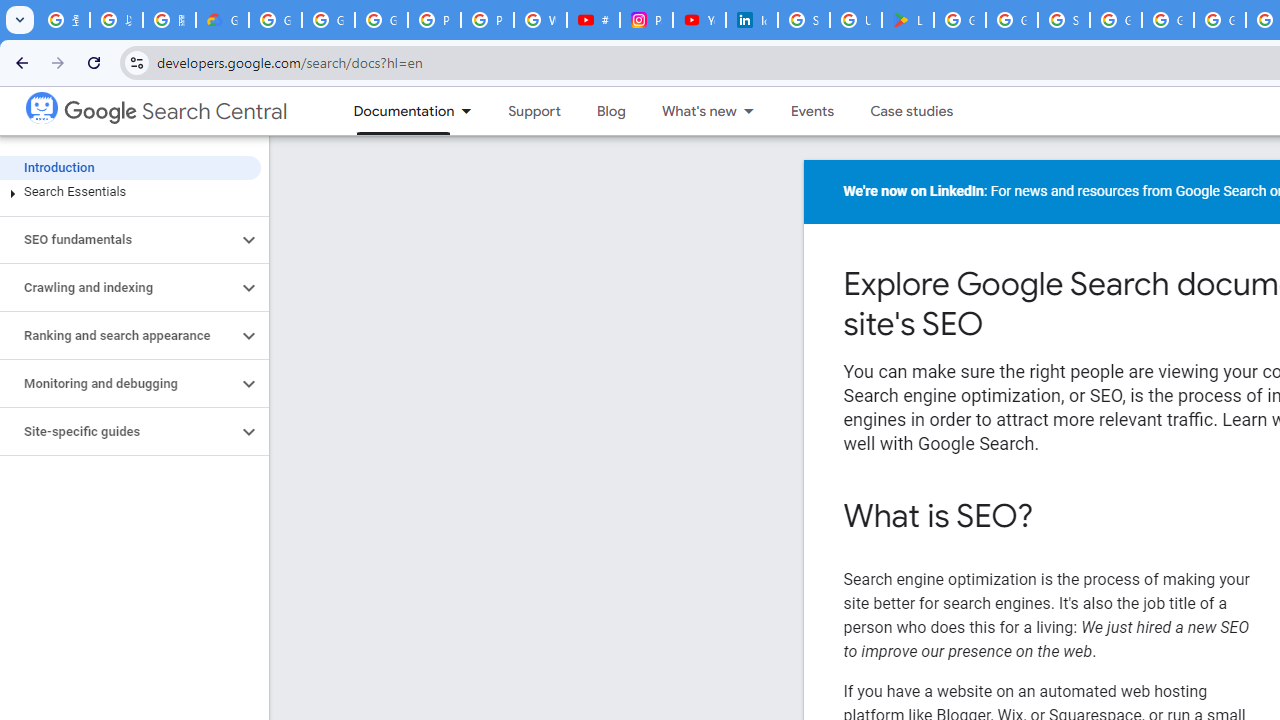 This screenshot has height=720, width=1280. I want to click on 'SEO fundamentals', so click(117, 239).